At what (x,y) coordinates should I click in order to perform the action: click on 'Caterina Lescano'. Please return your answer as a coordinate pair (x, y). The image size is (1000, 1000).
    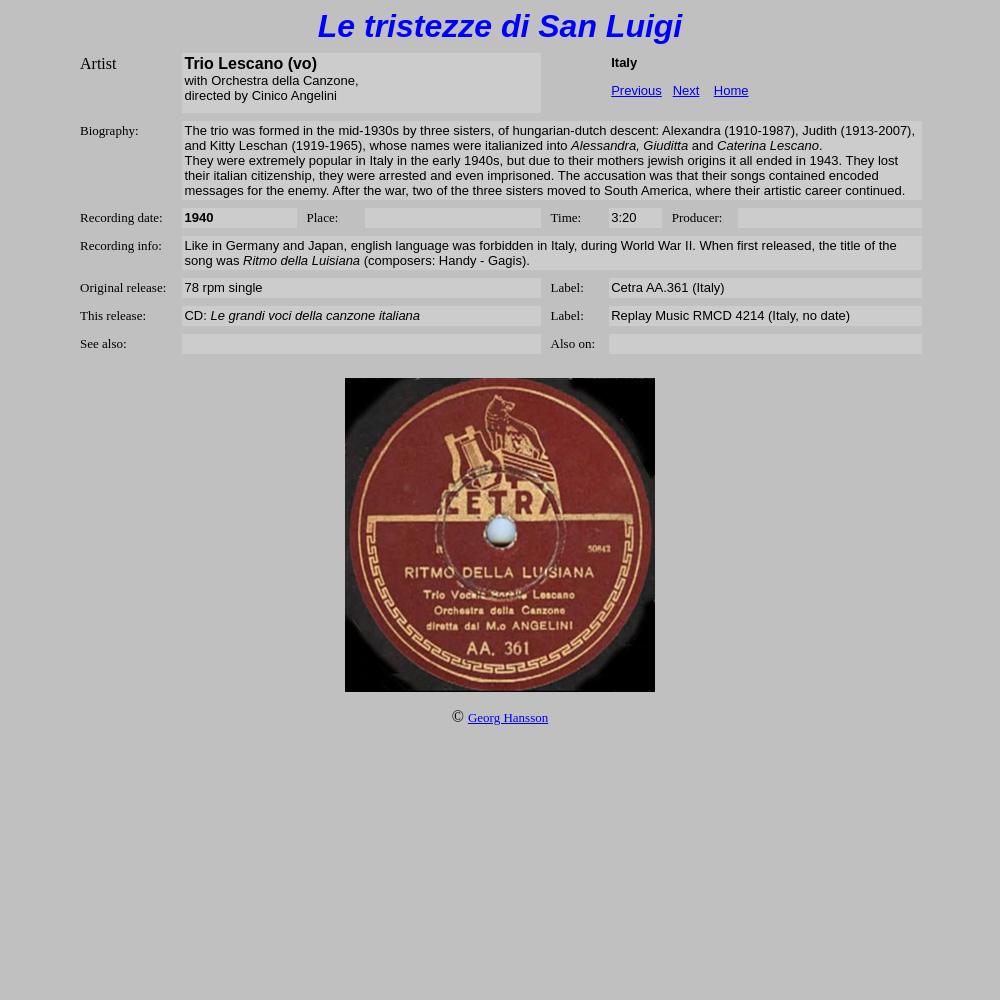
    Looking at the image, I should click on (768, 145).